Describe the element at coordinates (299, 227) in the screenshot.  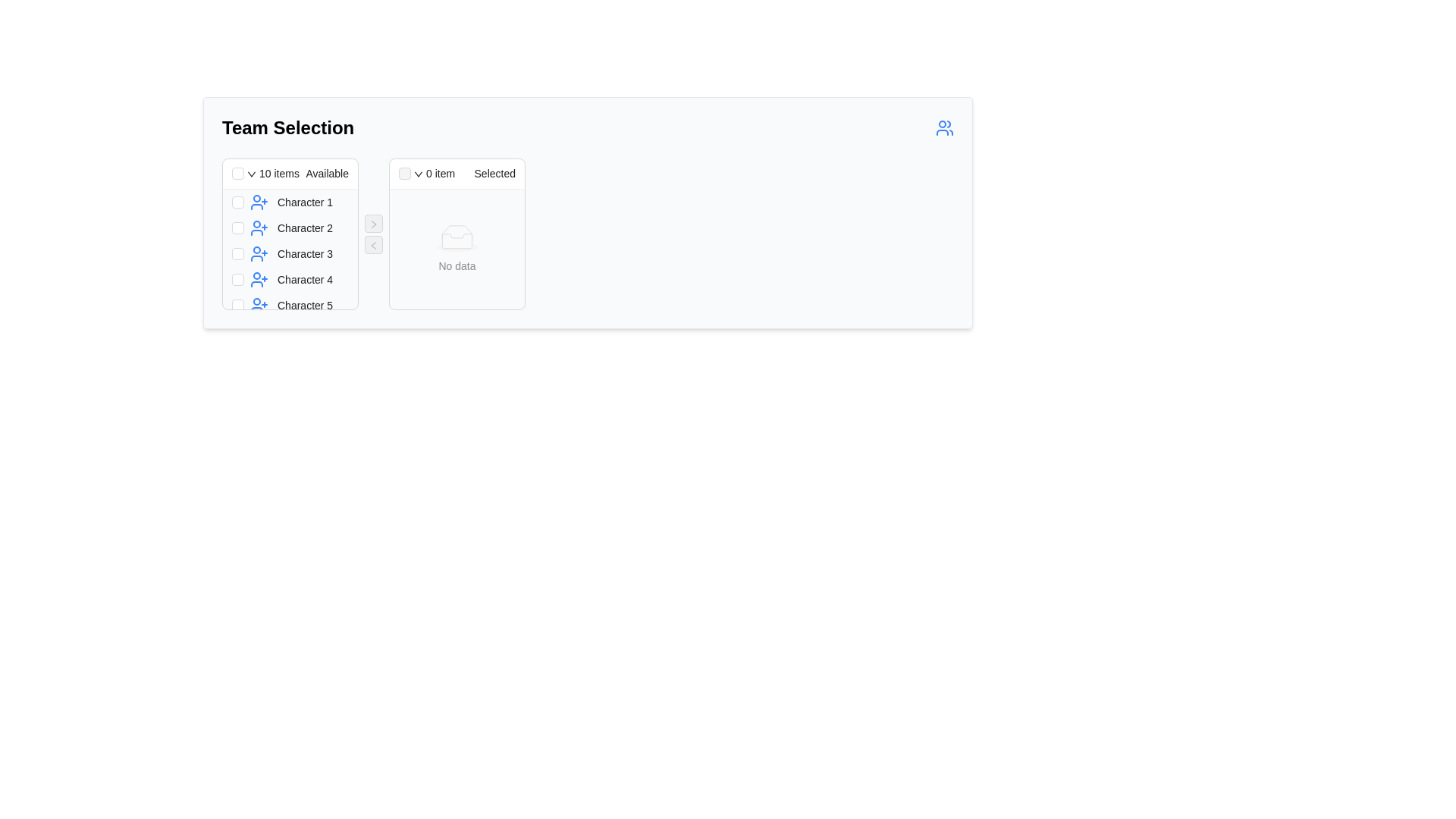
I see `the second list entry in the '10 items Available' panel to observe its styling changes` at that location.